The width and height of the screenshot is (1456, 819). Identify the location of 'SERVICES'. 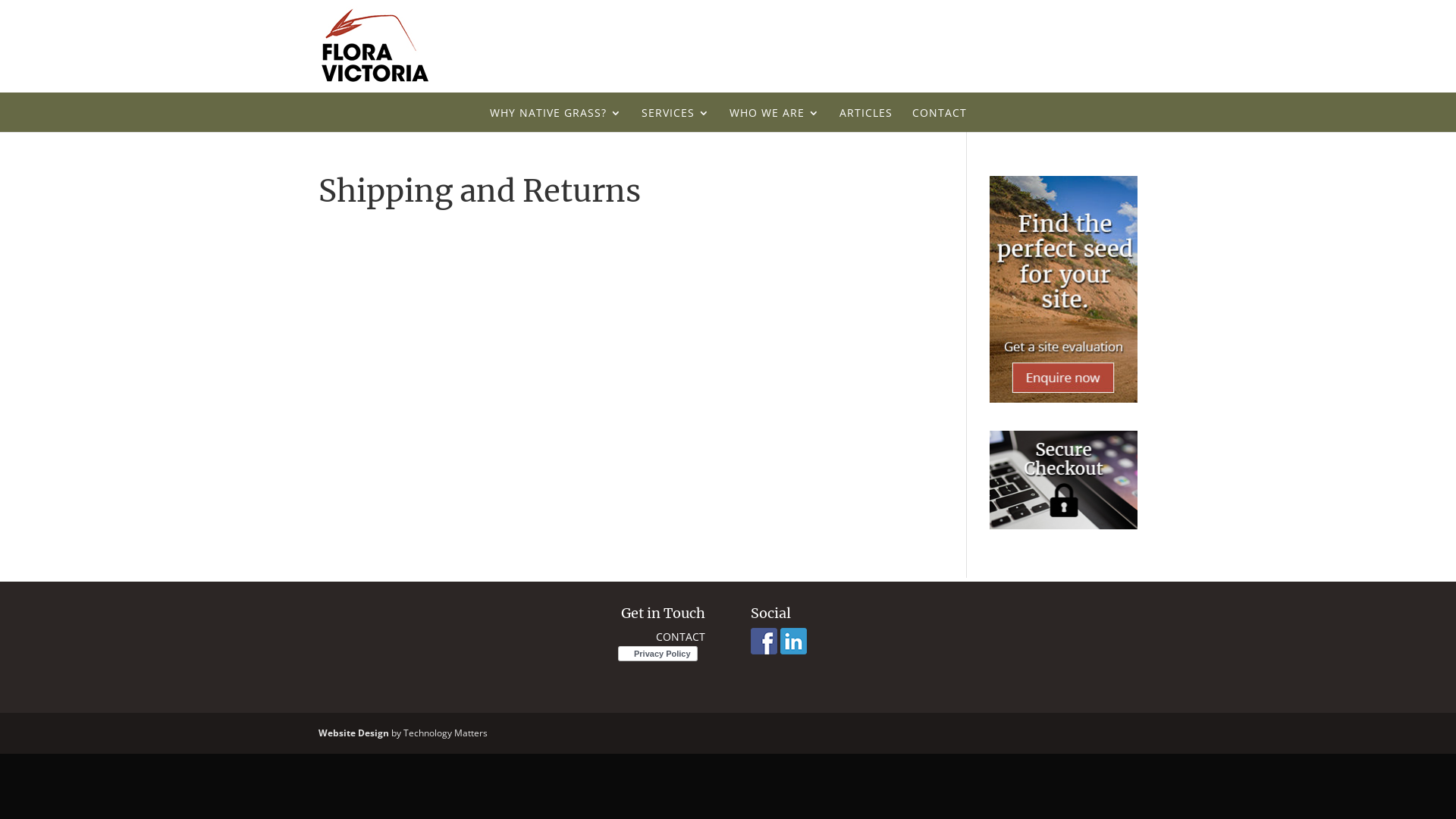
(675, 119).